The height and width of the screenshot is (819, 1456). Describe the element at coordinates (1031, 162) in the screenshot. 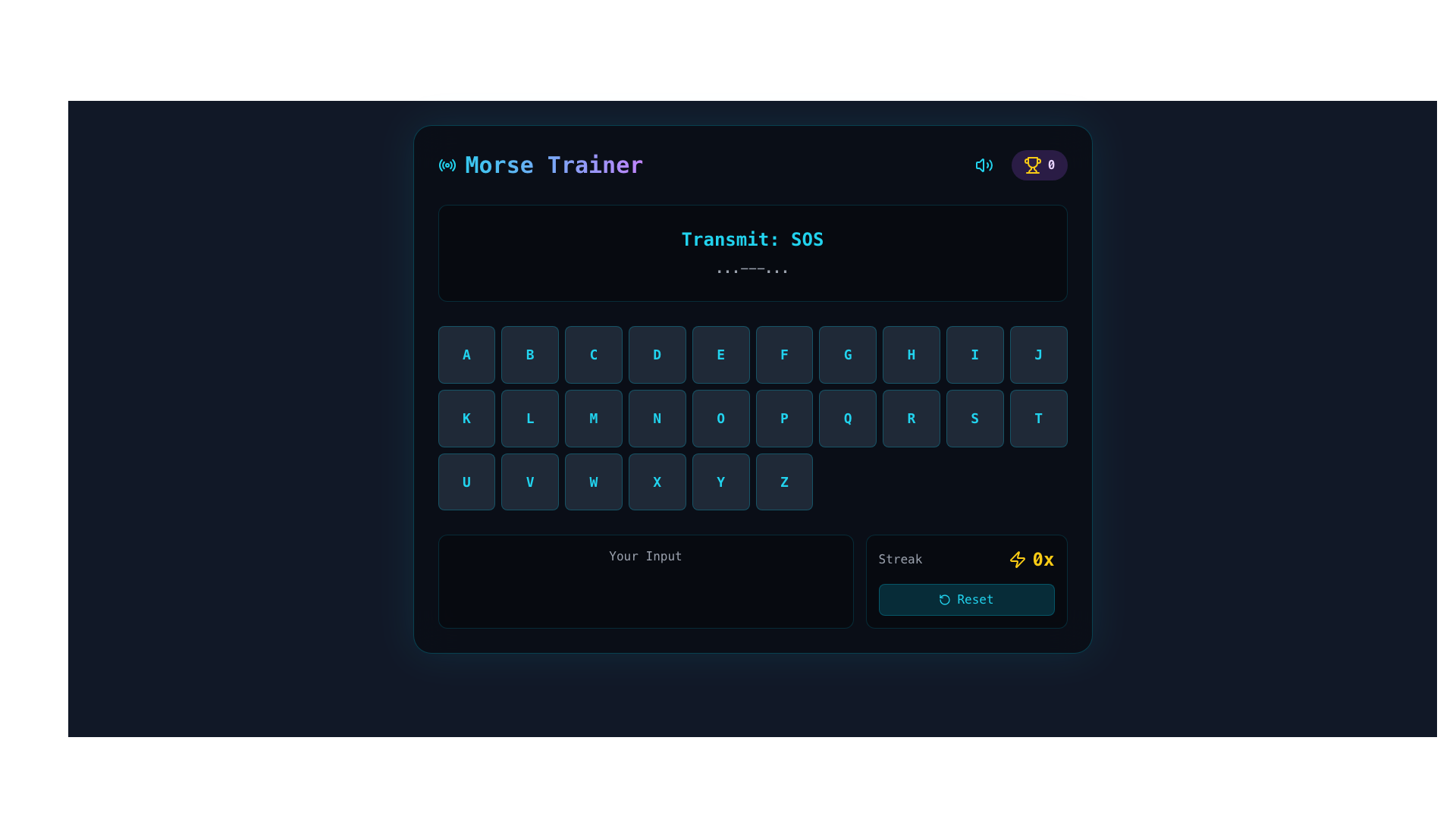

I see `the trophy icon located in the top right area of the interface, which features a traditional trophy shape with a yellowish hue` at that location.